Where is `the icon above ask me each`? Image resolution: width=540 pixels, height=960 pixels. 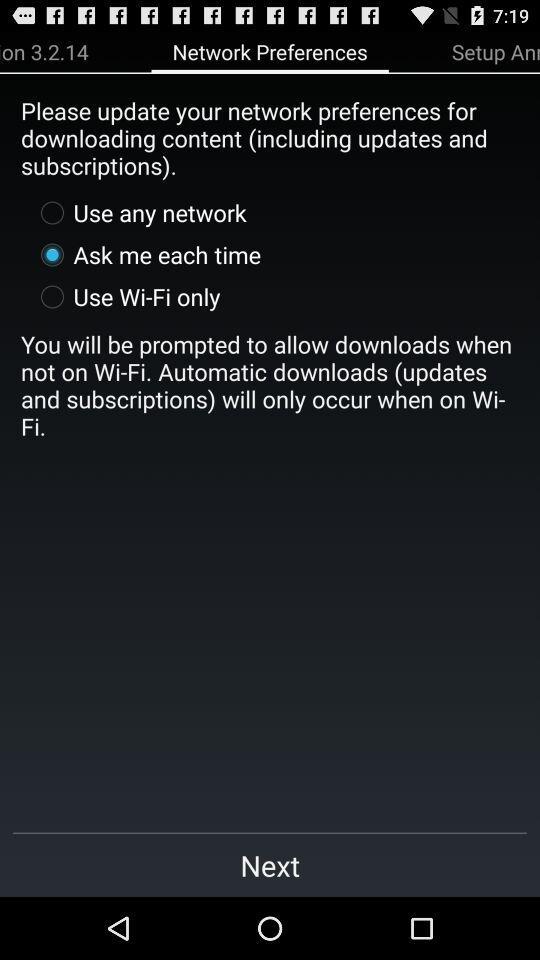
the icon above ask me each is located at coordinates (138, 212).